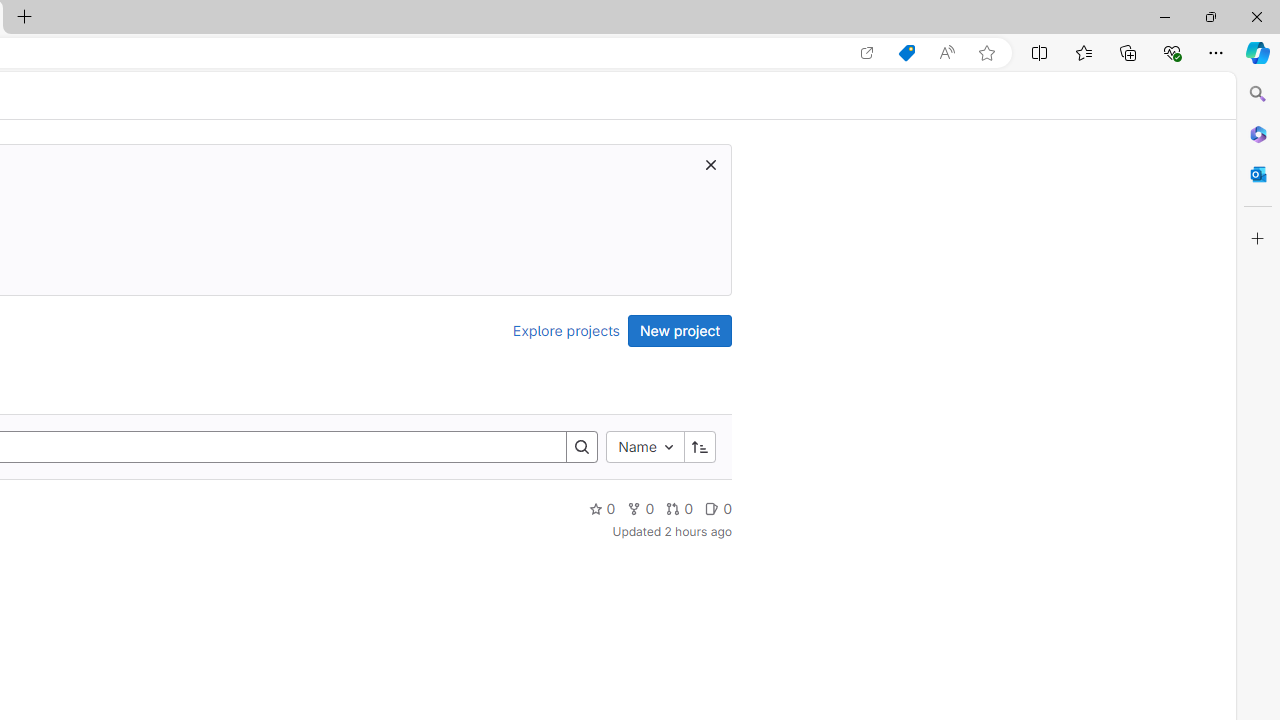  I want to click on 'Explore projects', so click(564, 329).